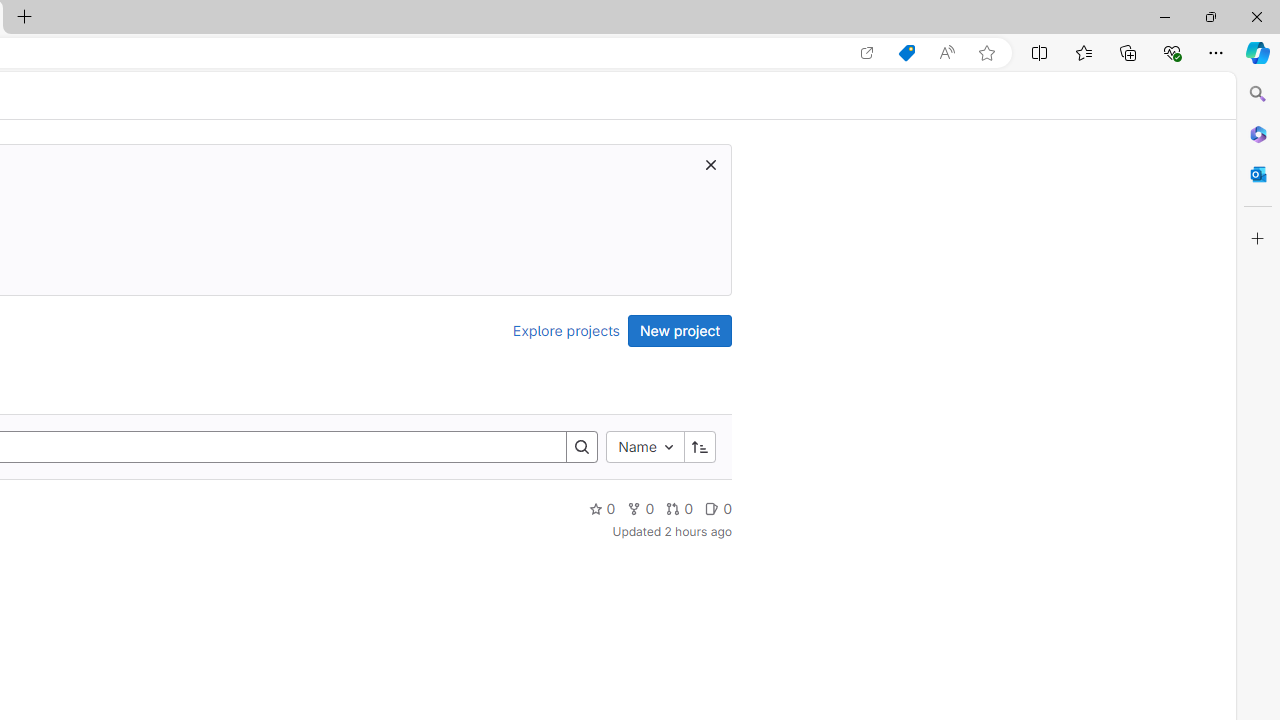  I want to click on 'Explore projects', so click(564, 329).